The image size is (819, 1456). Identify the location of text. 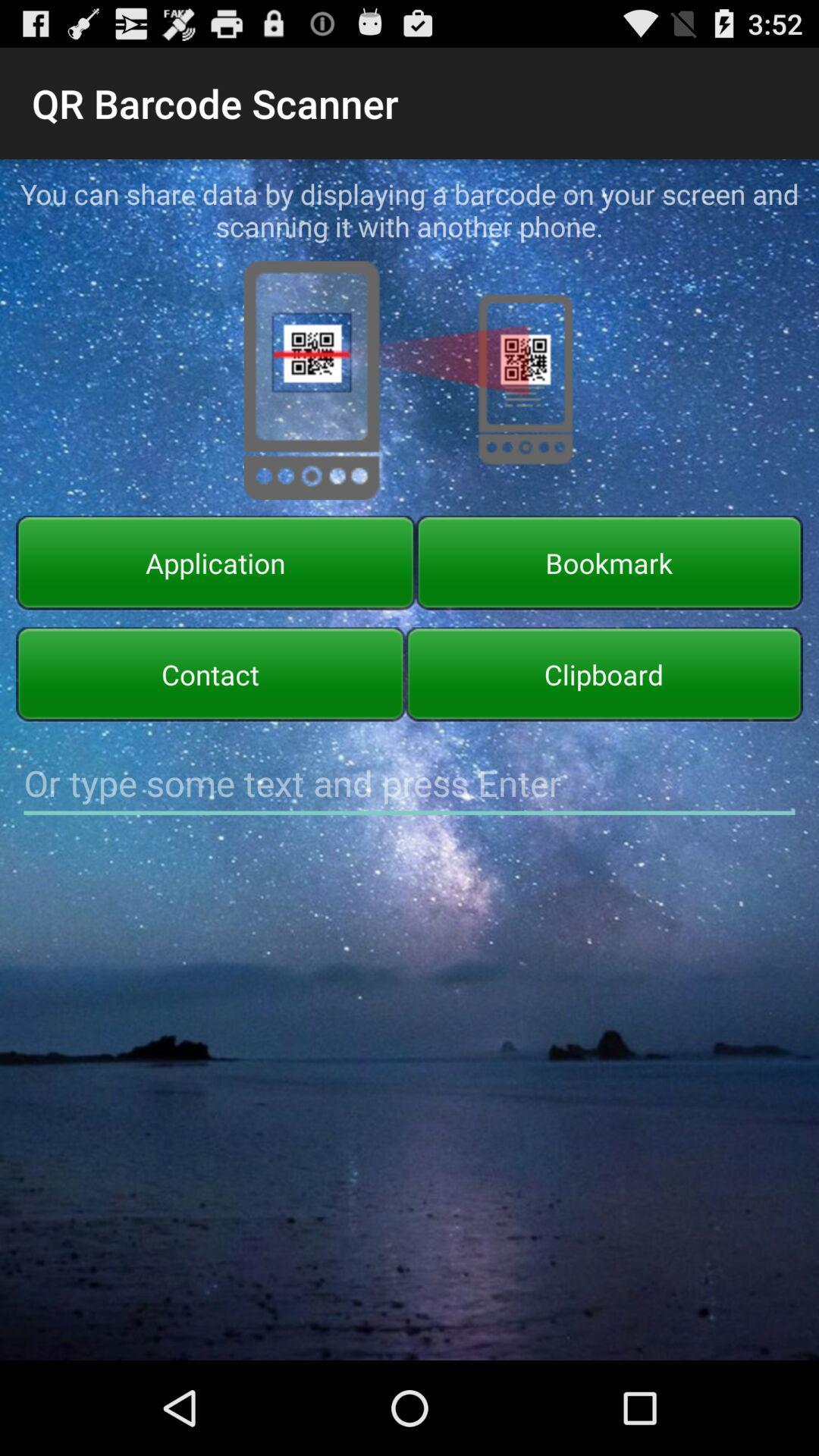
(409, 783).